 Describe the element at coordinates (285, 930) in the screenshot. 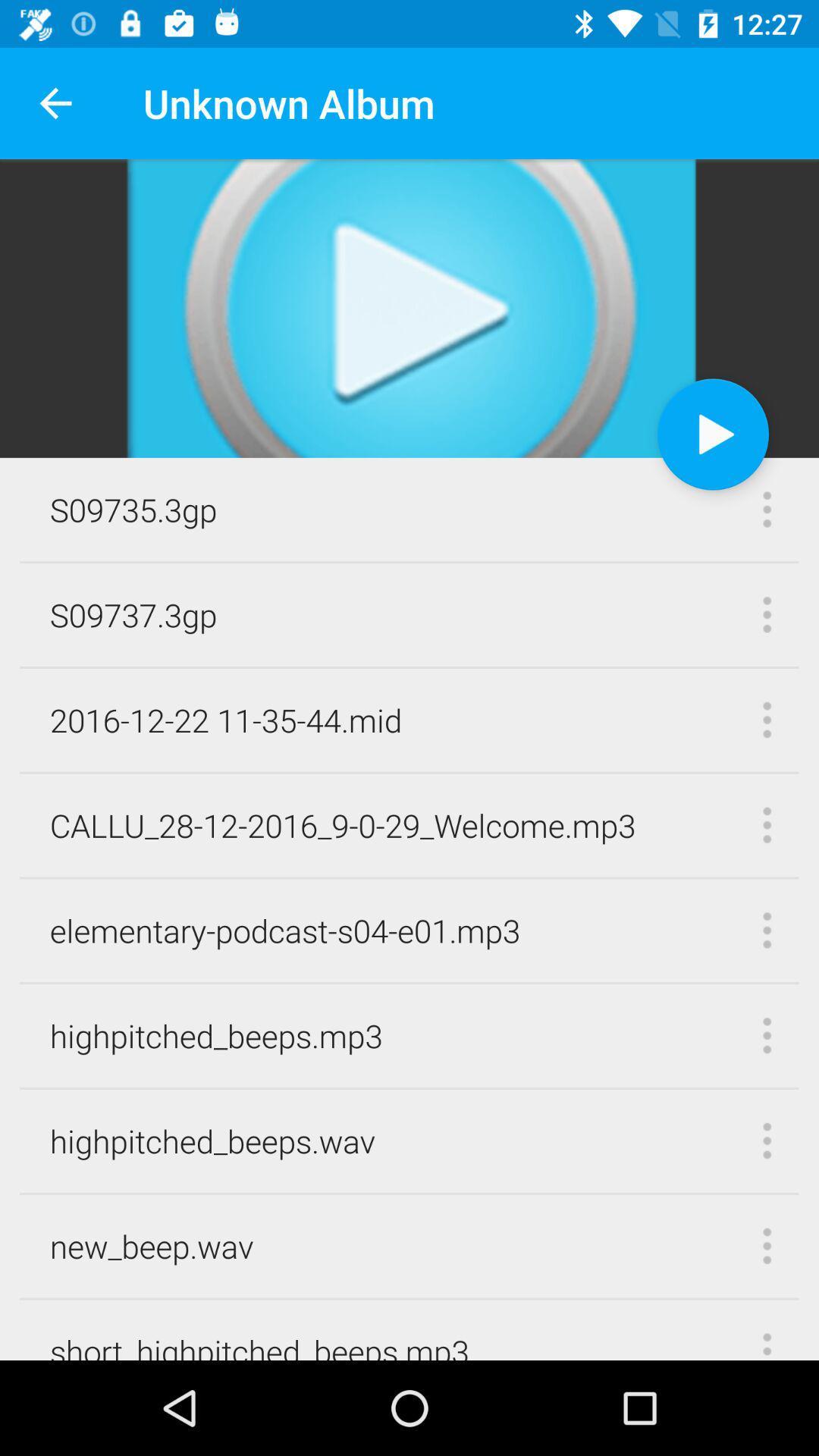

I see `the elementary podcast s04 item` at that location.